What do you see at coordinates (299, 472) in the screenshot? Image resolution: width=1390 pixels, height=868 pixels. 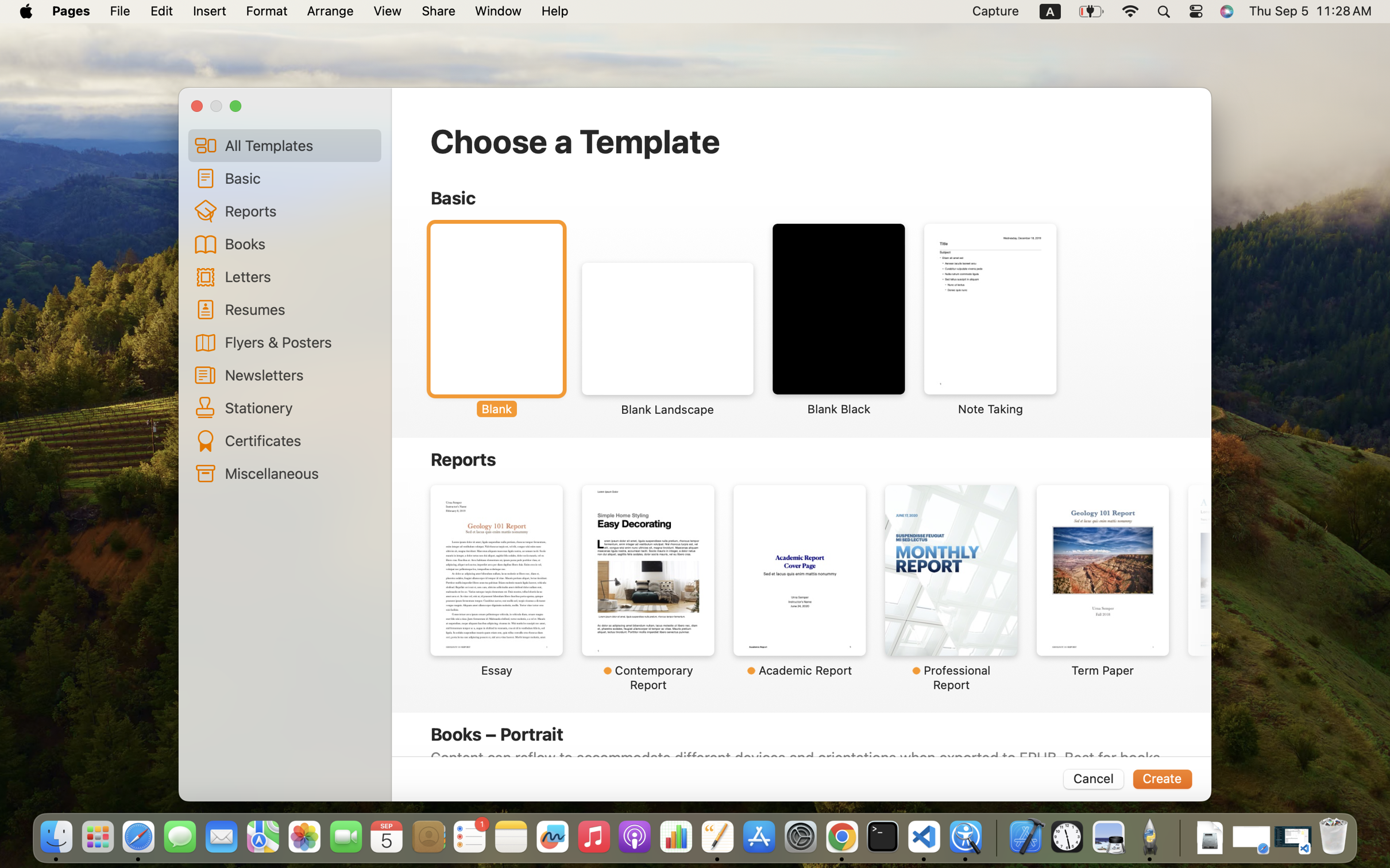 I see `'Miscellaneous'` at bounding box center [299, 472].